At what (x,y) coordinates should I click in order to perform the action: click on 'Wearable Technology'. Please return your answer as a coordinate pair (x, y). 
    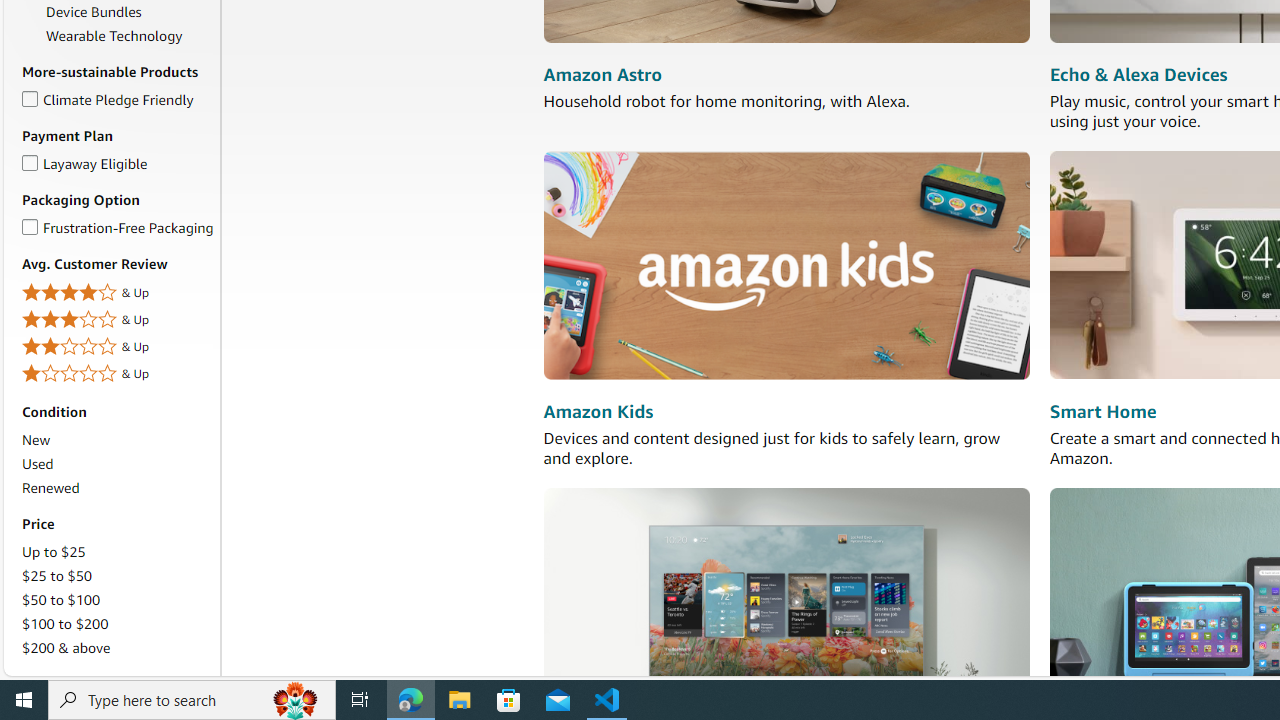
    Looking at the image, I should click on (113, 36).